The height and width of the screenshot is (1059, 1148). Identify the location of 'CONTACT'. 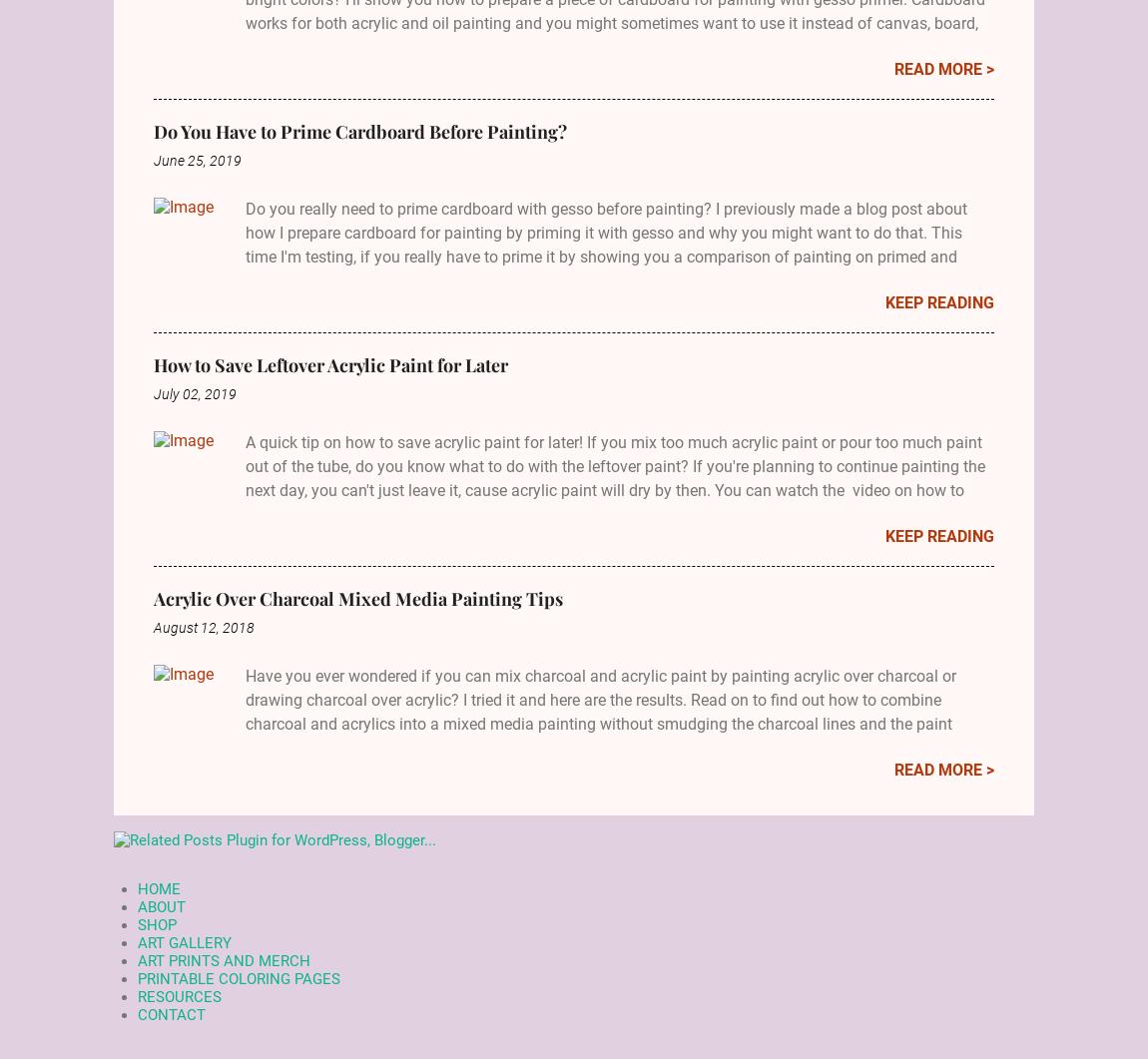
(171, 1013).